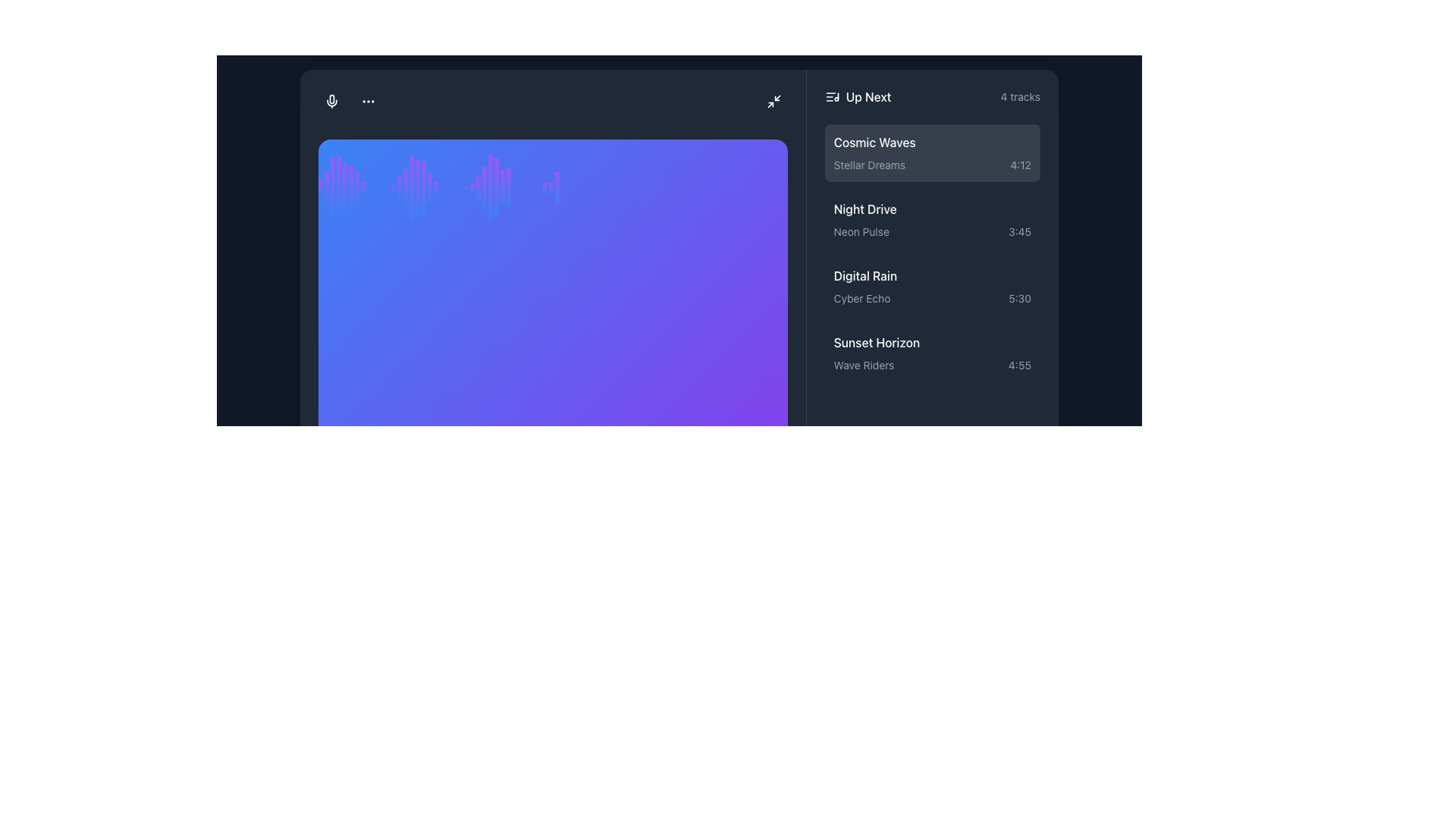 The height and width of the screenshot is (819, 1456). What do you see at coordinates (491, 186) in the screenshot?
I see `the thin vertical bar with a gradient effect transitioning from blue to purple, which is centrally located among similar elements in a graph-like layout` at bounding box center [491, 186].